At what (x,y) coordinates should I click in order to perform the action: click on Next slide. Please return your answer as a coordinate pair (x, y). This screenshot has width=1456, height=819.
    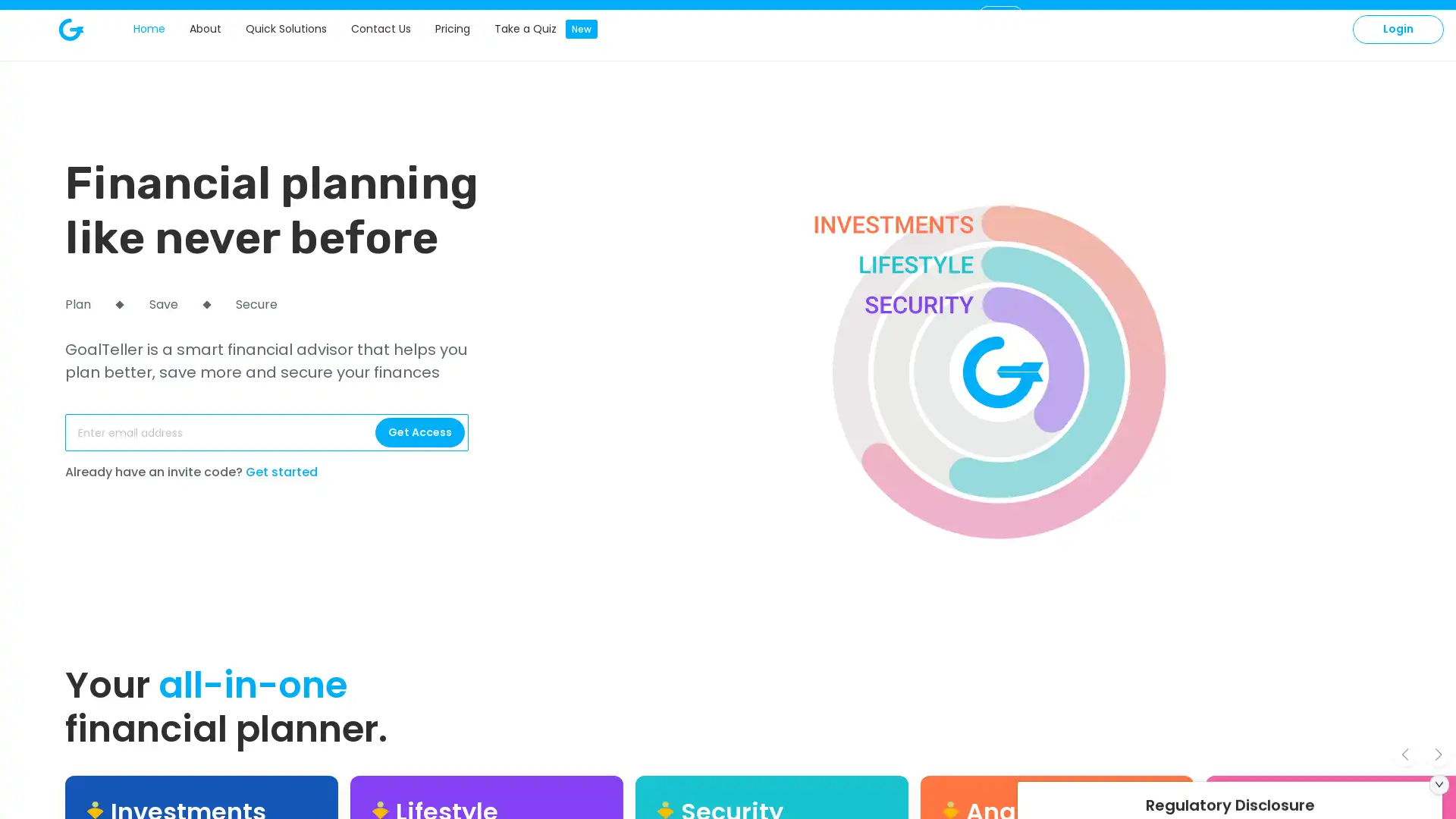
    Looking at the image, I should click on (1437, 754).